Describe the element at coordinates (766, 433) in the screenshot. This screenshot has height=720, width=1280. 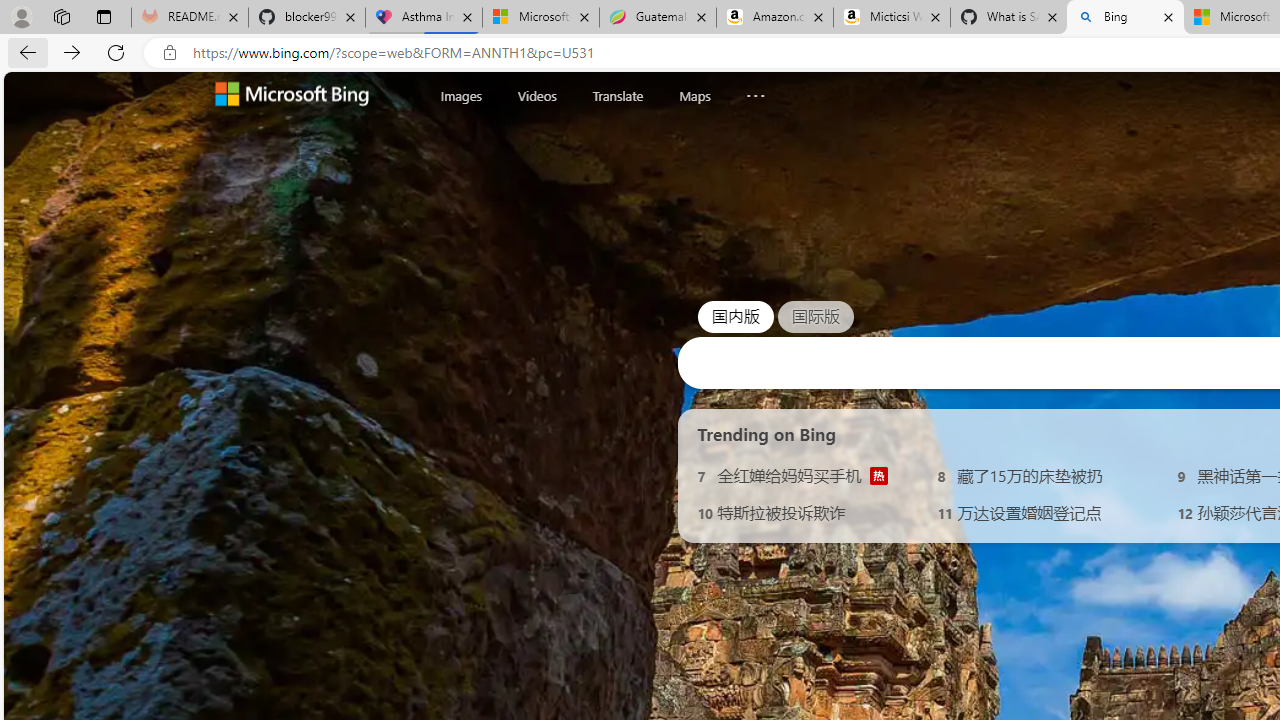
I see `'Trending on Bing'` at that location.